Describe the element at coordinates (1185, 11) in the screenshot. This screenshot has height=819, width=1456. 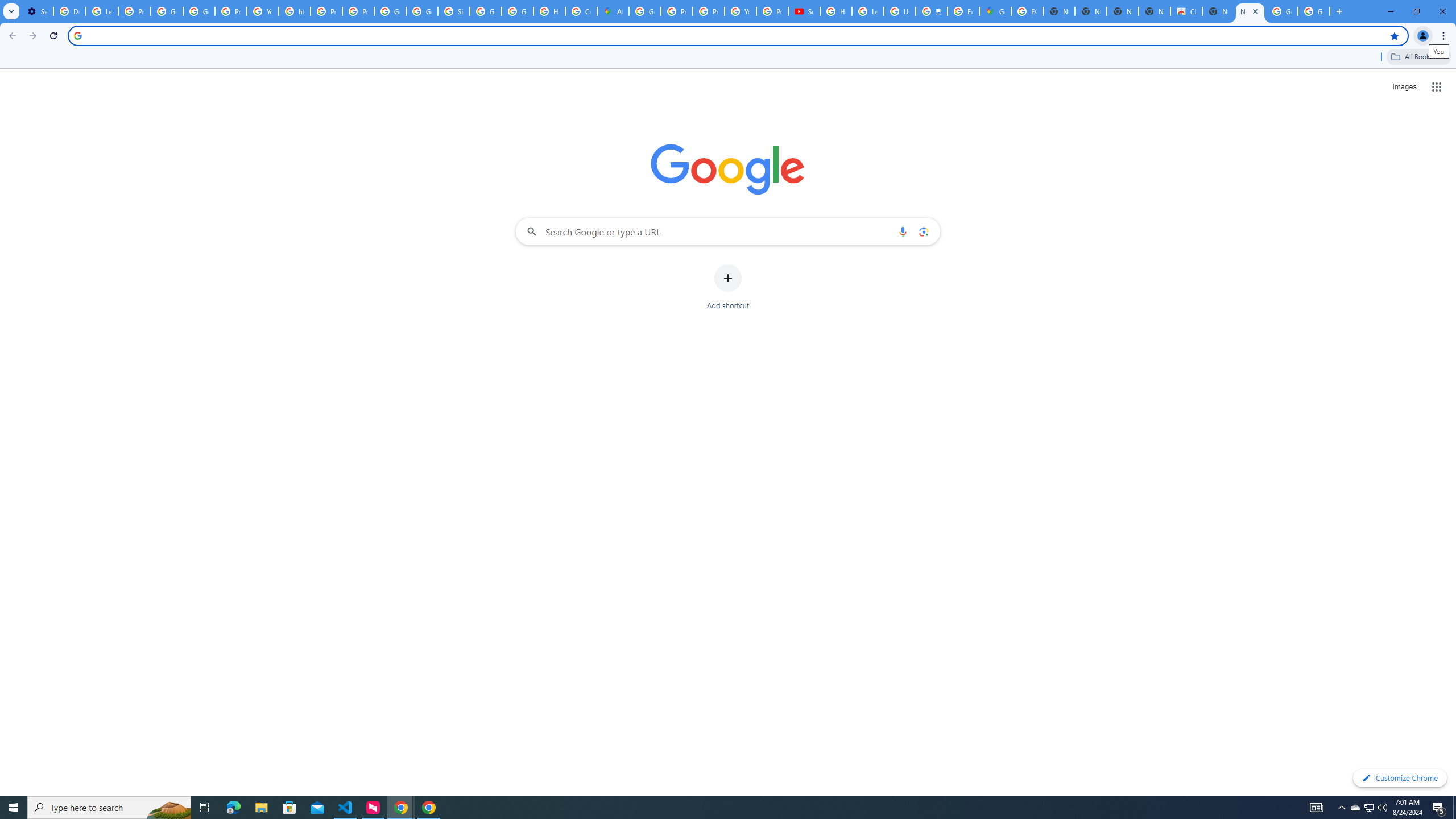
I see `'Chrome Web Store'` at that location.